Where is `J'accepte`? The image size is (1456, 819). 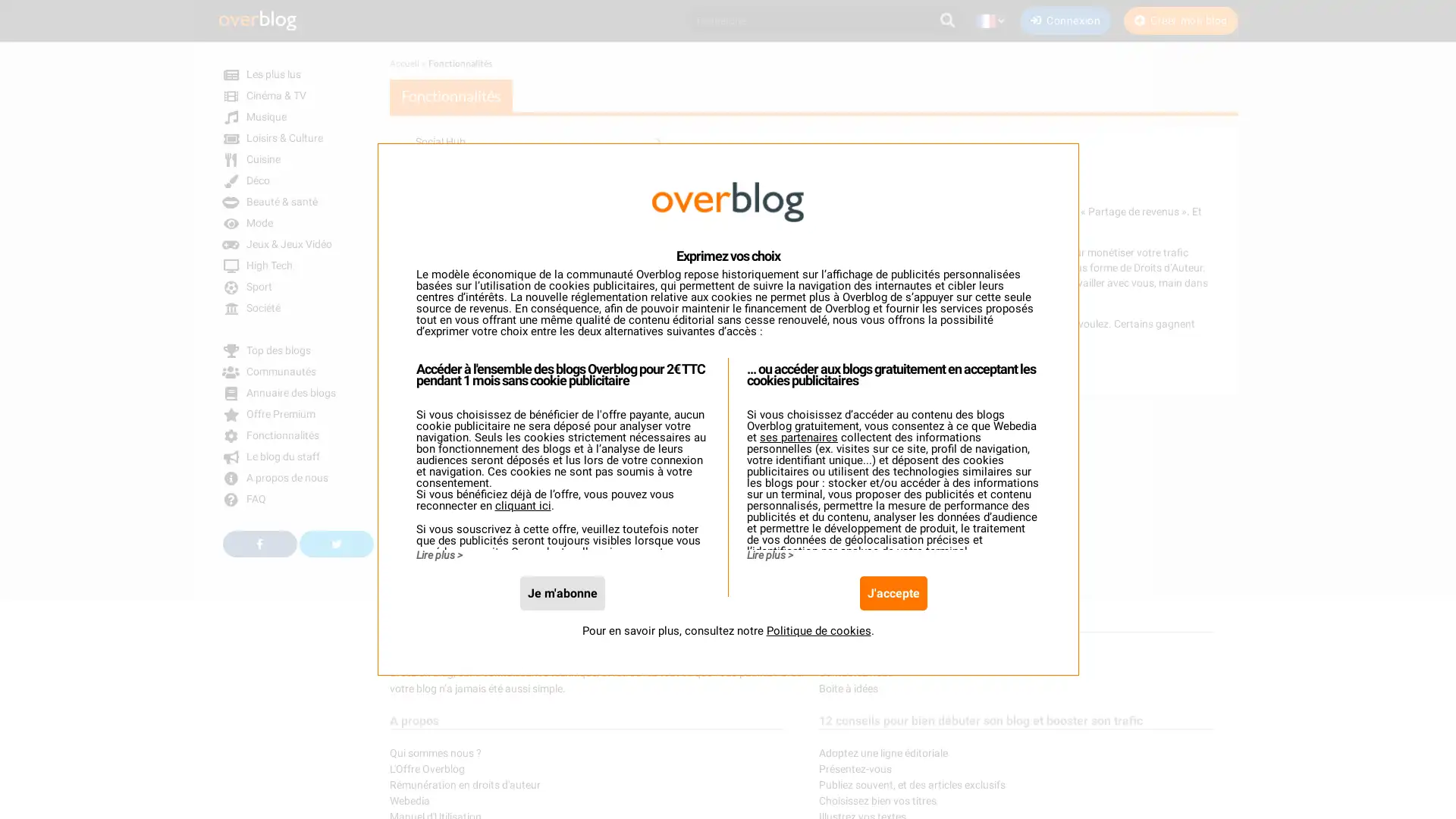
J'accepte is located at coordinates (893, 591).